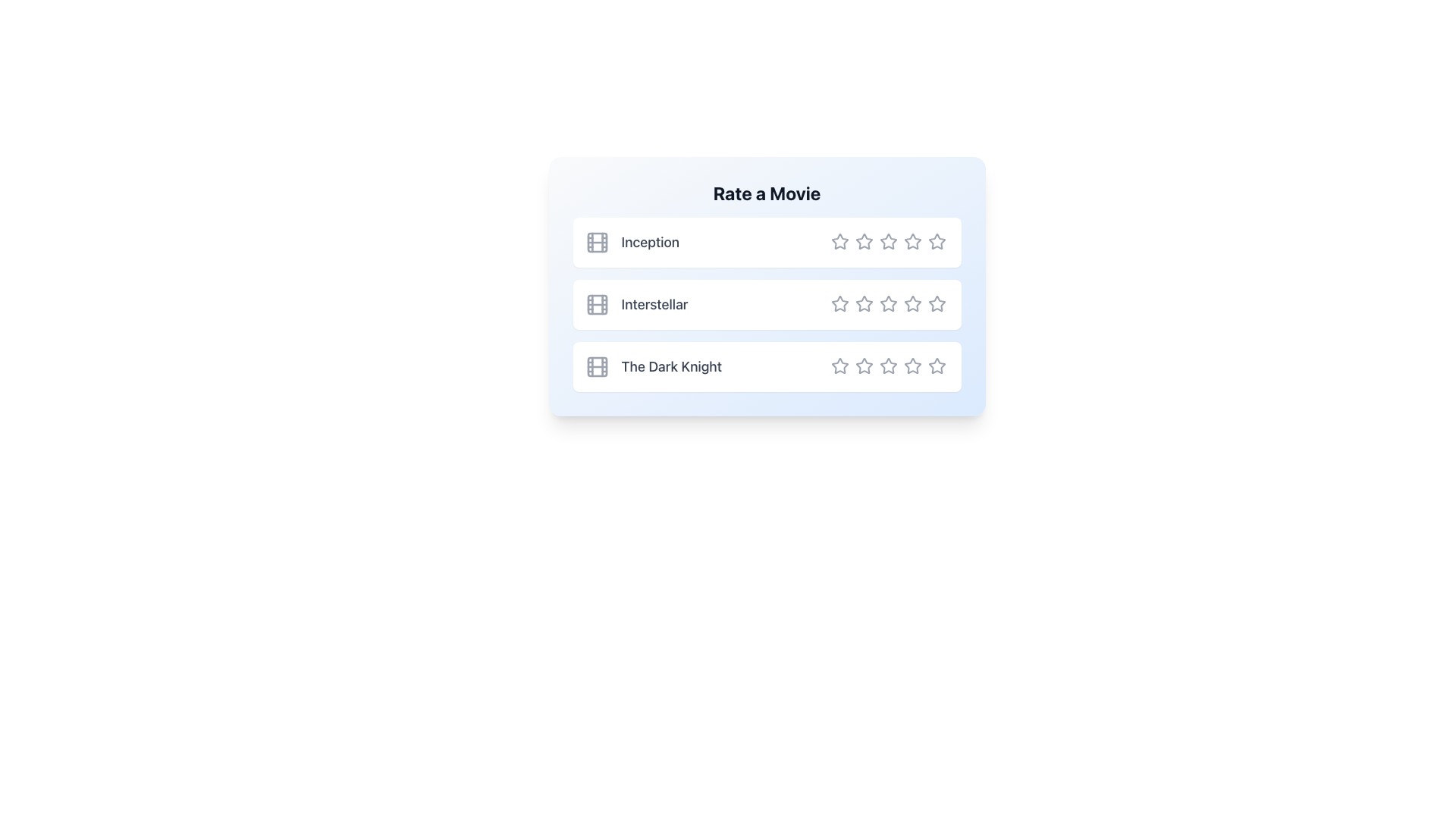  Describe the element at coordinates (912, 241) in the screenshot. I see `the fourth star icon in the rating system for the movie 'Inception' to provide a rating` at that location.